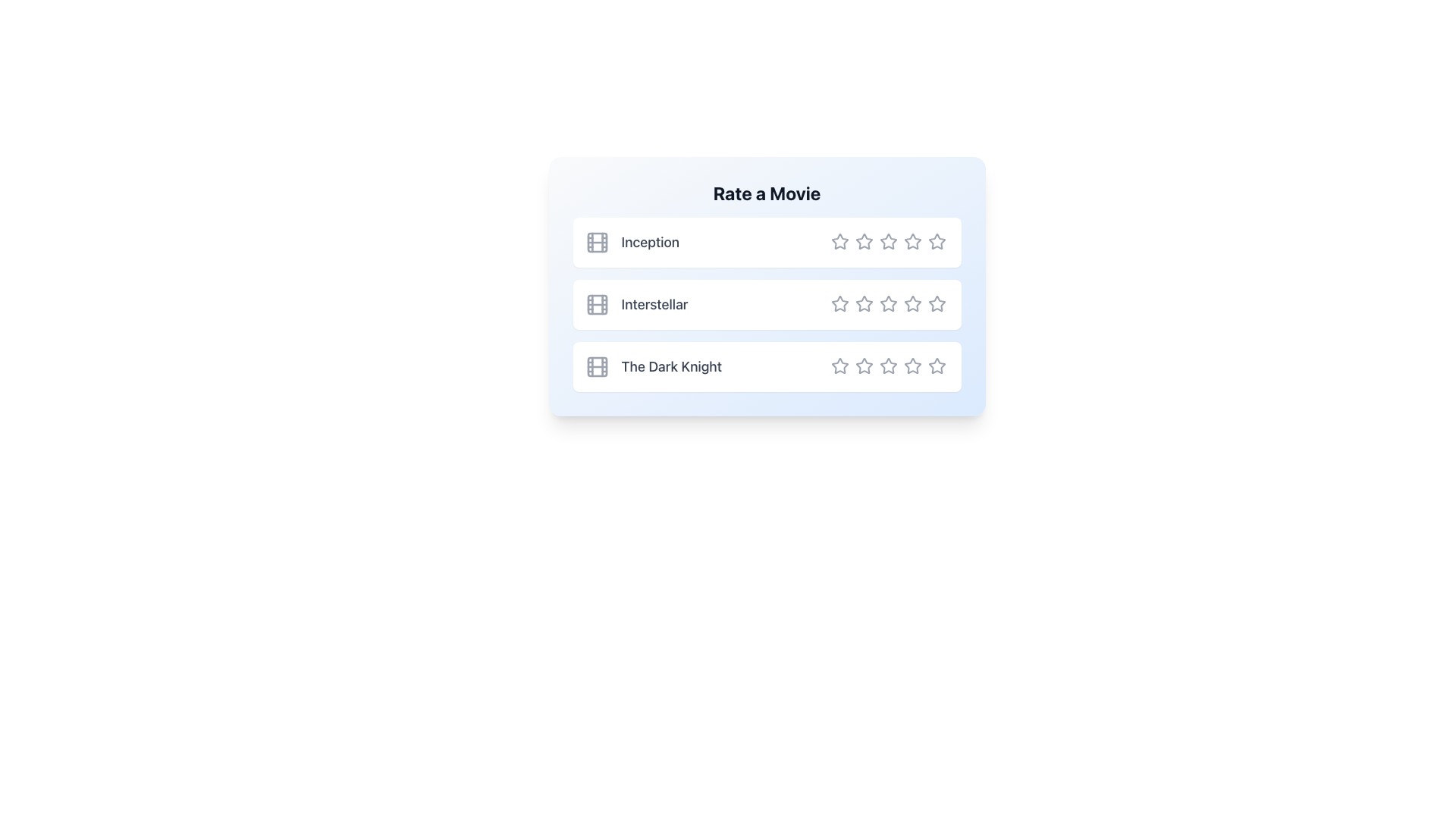  Describe the element at coordinates (912, 241) in the screenshot. I see `the fourth star icon in the rating system for the movie 'Inception' to provide a rating` at that location.